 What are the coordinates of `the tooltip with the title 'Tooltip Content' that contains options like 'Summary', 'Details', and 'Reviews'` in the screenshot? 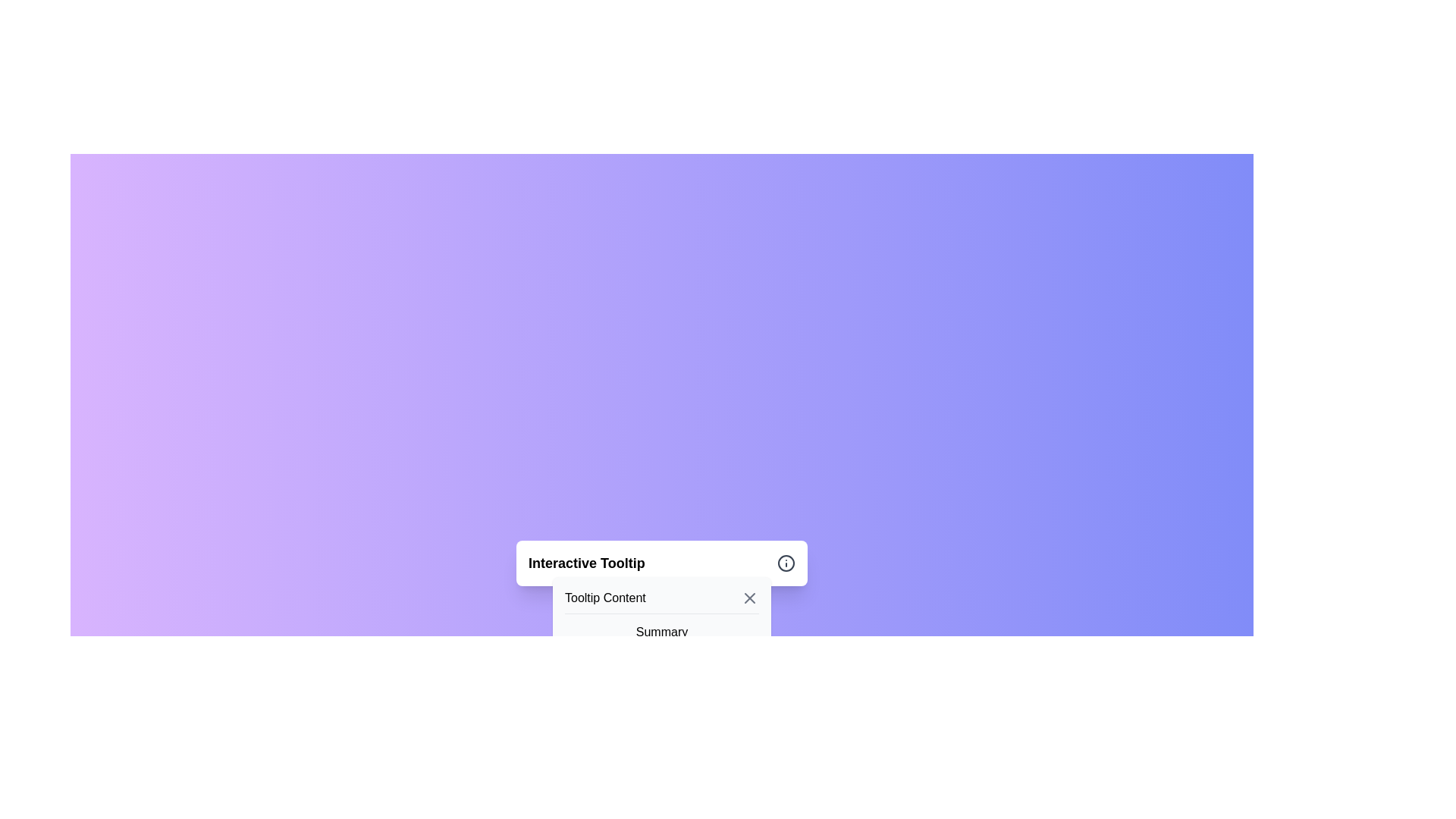 It's located at (662, 649).